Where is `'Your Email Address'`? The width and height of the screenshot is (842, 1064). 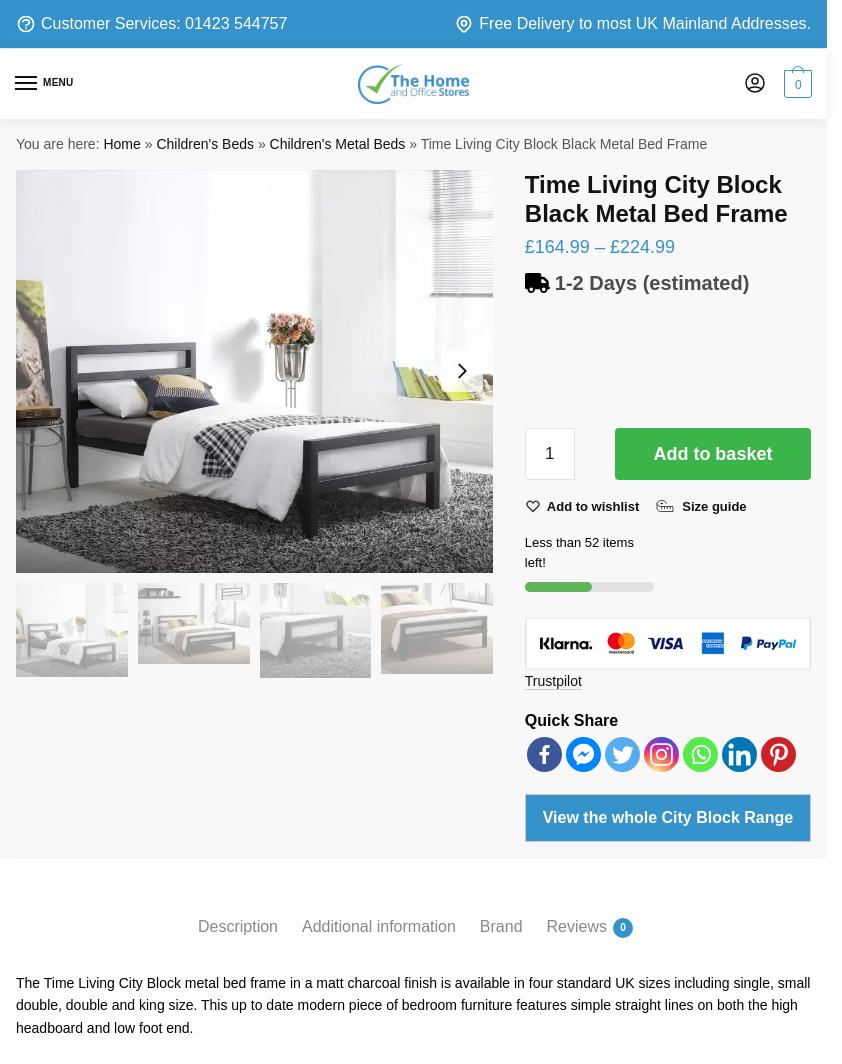 'Your Email Address' is located at coordinates (196, 214).